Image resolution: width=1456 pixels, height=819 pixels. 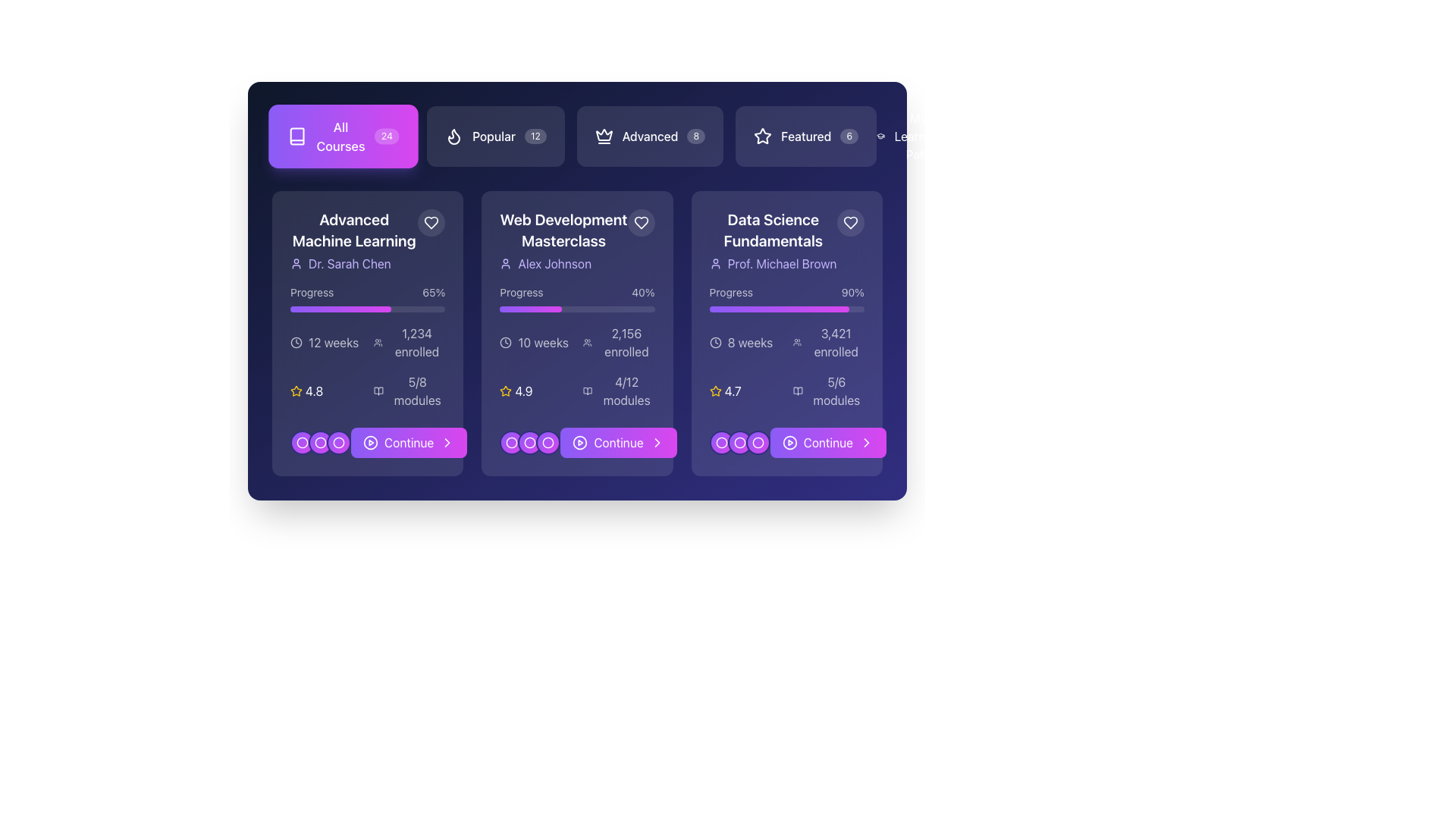 What do you see at coordinates (325, 342) in the screenshot?
I see `the descriptive label displaying the text '12 weeks' and a clock icon, located in the 'Advanced Machine Learning' section of the leftmost card, above the '1,234 enrolled' information` at bounding box center [325, 342].